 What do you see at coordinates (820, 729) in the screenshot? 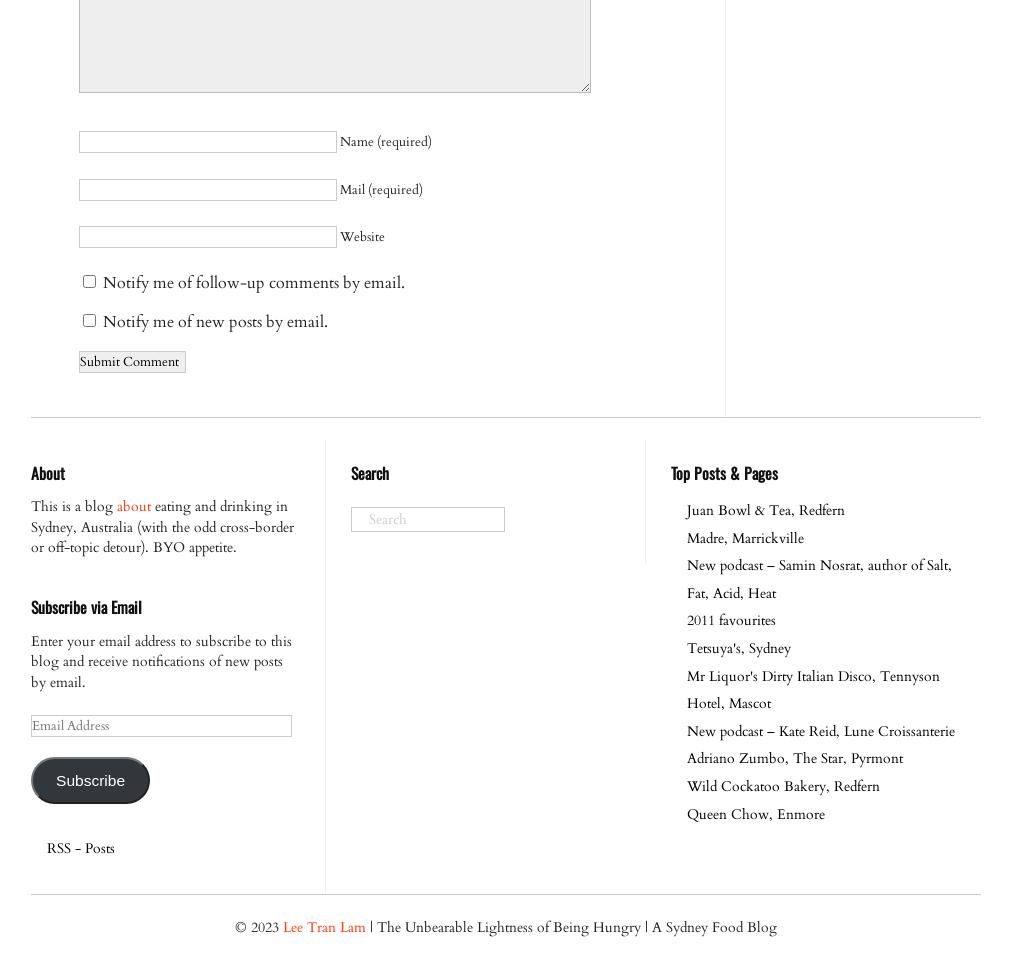
I see `'New podcast – Kate Reid, Lune Croissanterie'` at bounding box center [820, 729].